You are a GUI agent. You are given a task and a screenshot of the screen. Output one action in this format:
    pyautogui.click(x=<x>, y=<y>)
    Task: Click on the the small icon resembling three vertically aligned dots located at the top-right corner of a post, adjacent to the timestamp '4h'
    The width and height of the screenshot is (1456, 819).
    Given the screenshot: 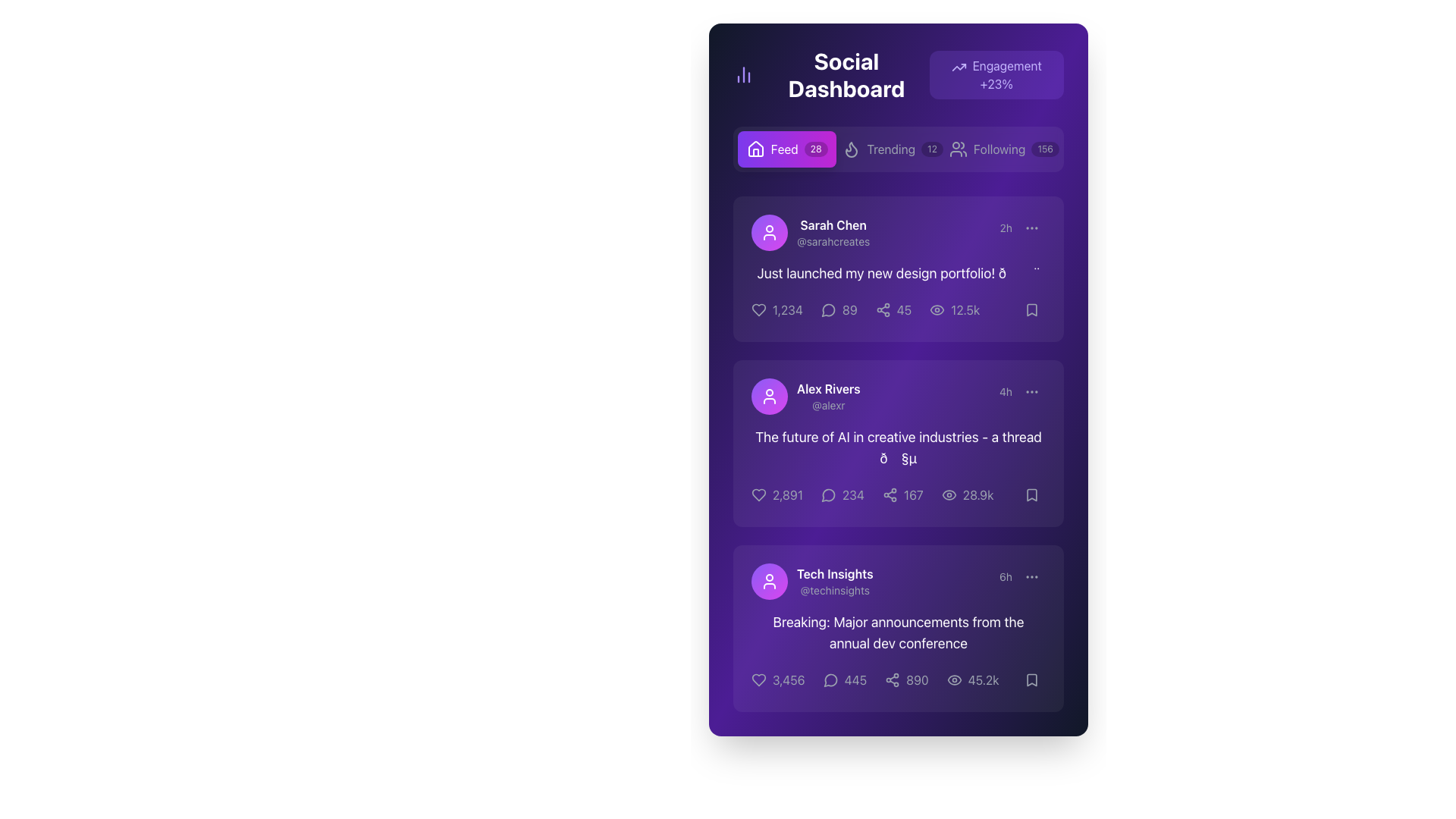 What is the action you would take?
    pyautogui.click(x=1031, y=391)
    